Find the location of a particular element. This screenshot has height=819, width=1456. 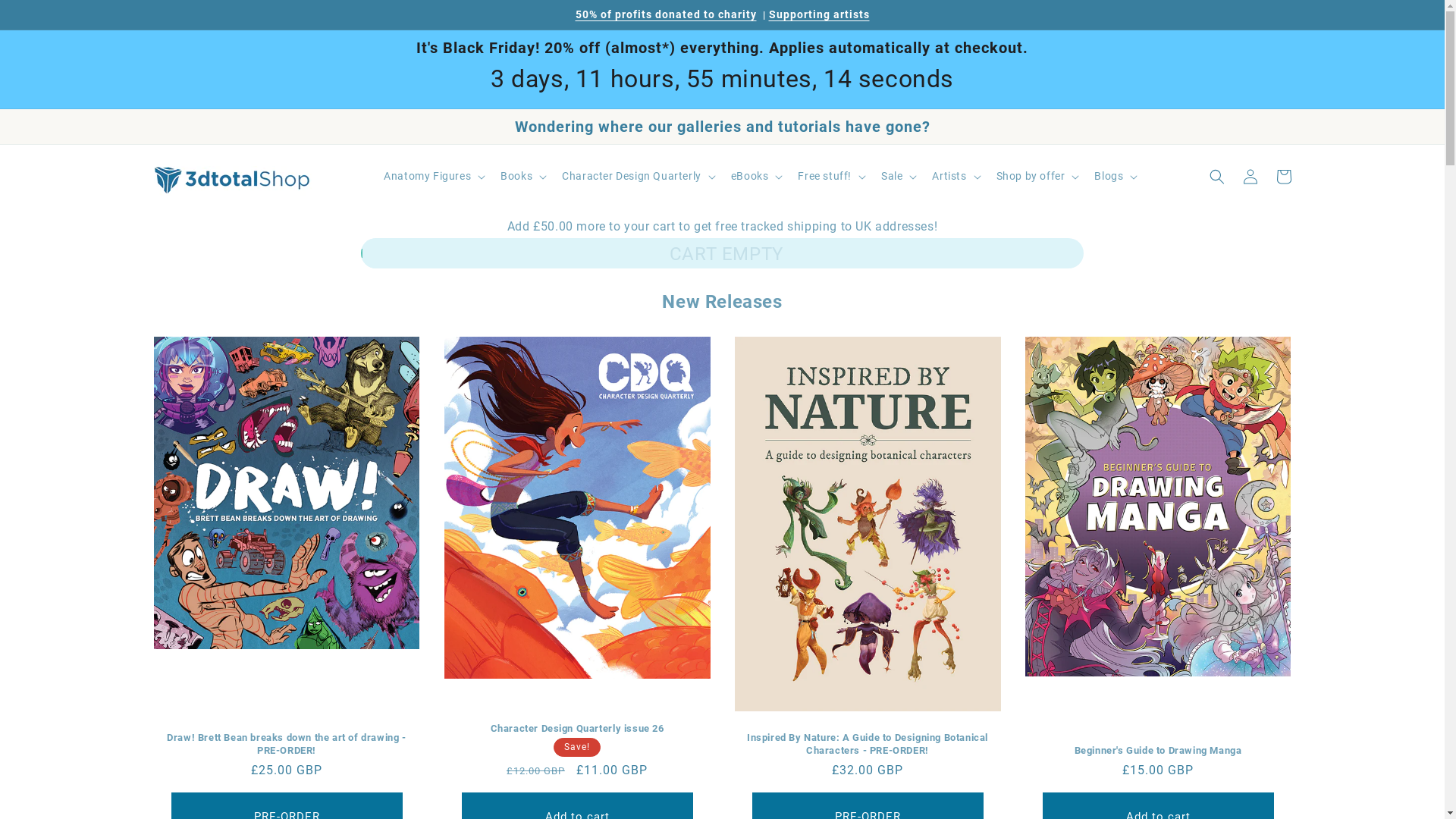

'Draw! Brett Bean breaks down the art of drawing - PRE-ORDER!' is located at coordinates (286, 744).